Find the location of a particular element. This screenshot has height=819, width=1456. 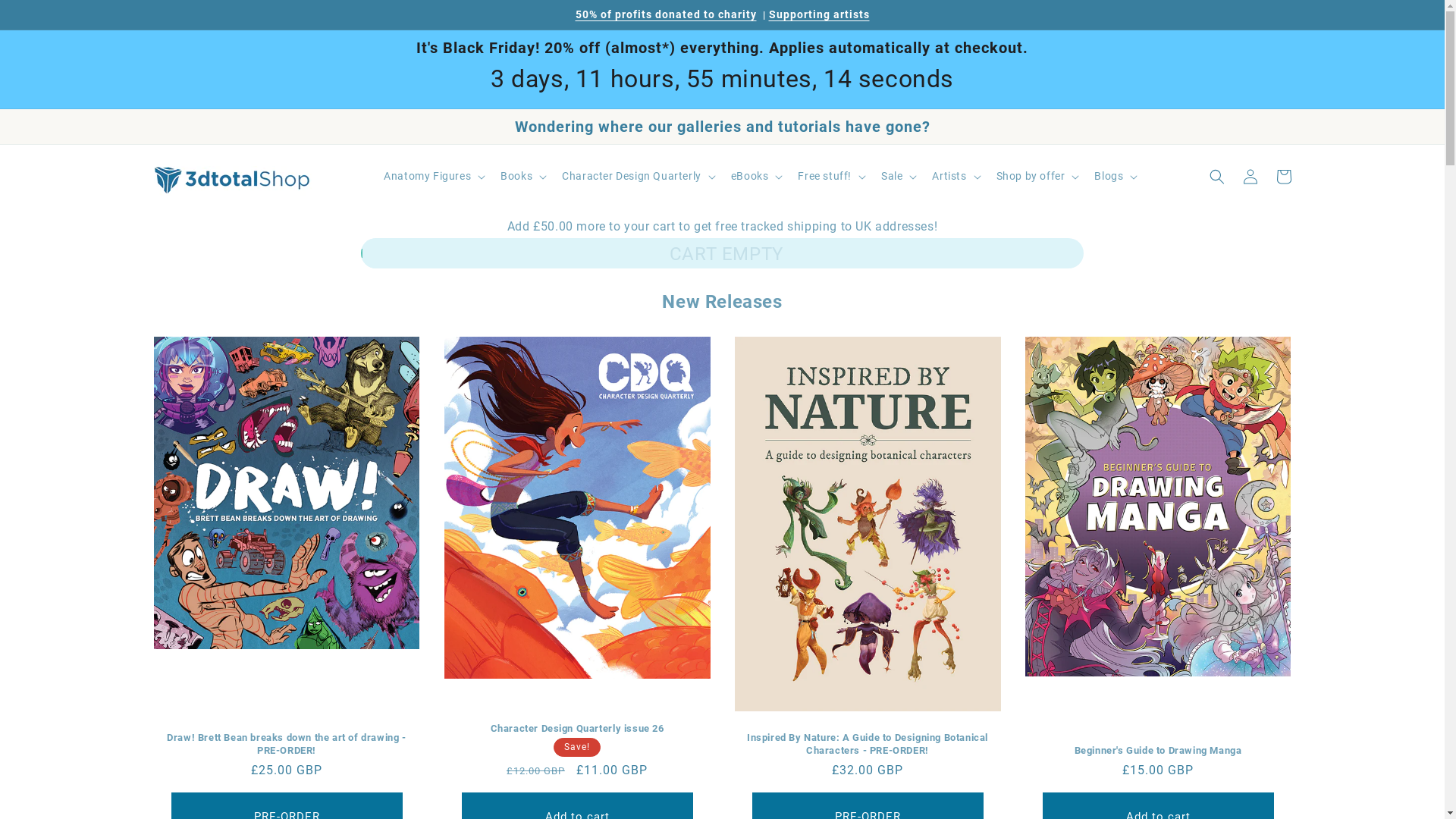

'Draw! Brett Bean breaks down the art of drawing - PRE-ORDER!' is located at coordinates (286, 744).